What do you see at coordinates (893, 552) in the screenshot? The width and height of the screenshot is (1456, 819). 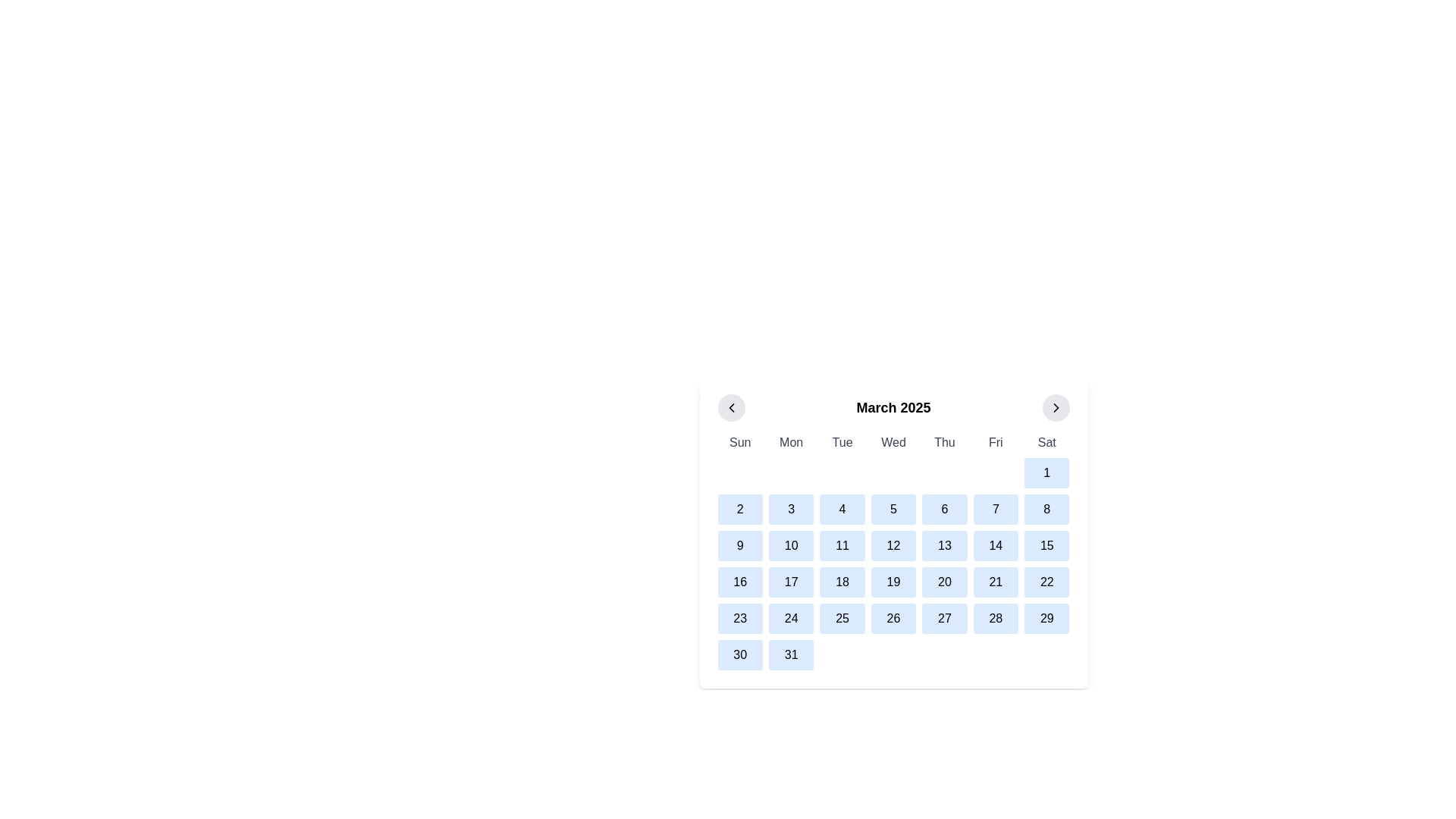 I see `the grid of buttons representing dates in the calendar` at bounding box center [893, 552].